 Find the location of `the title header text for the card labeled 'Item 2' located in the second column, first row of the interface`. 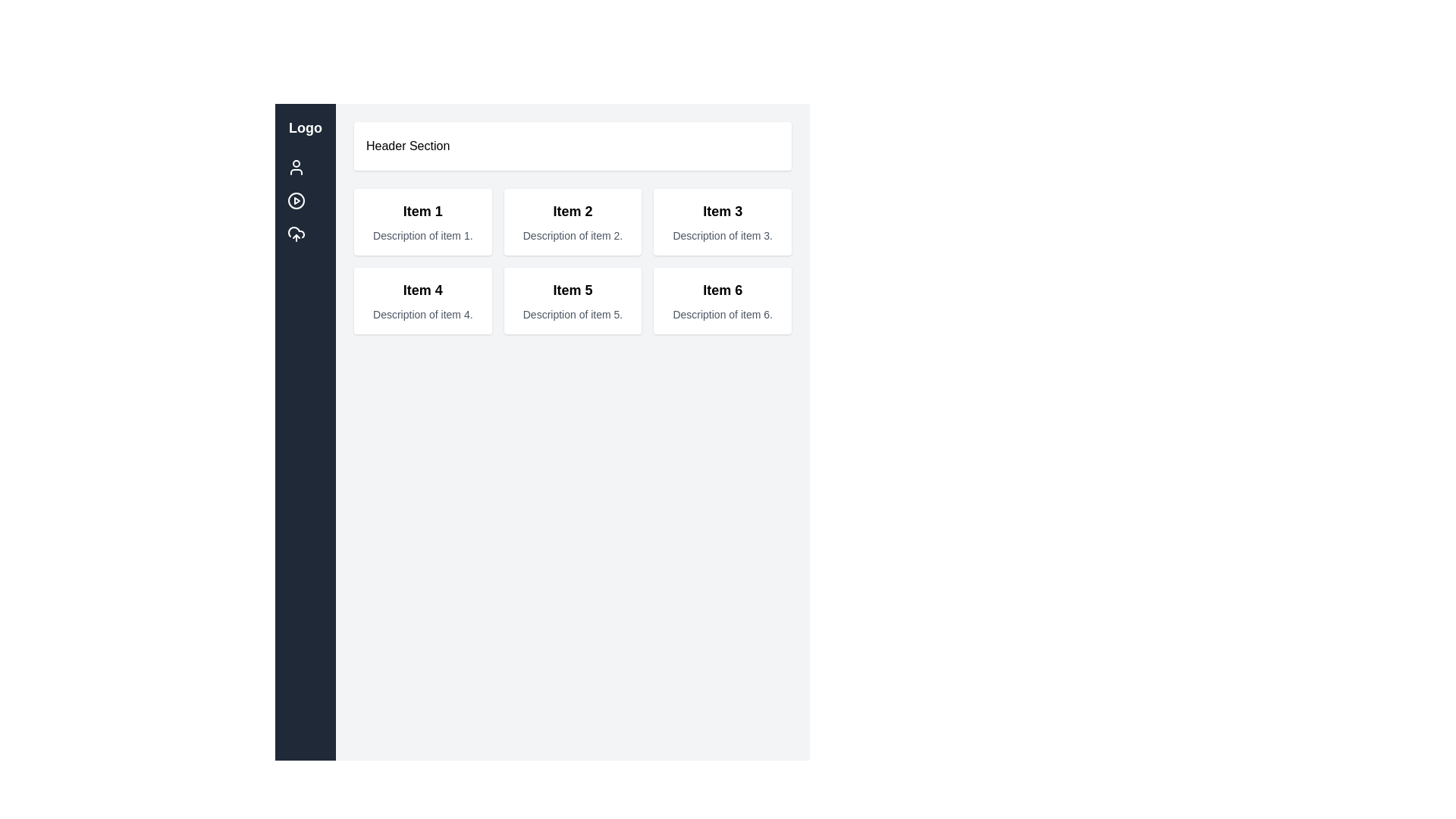

the title header text for the card labeled 'Item 2' located in the second column, first row of the interface is located at coordinates (572, 211).